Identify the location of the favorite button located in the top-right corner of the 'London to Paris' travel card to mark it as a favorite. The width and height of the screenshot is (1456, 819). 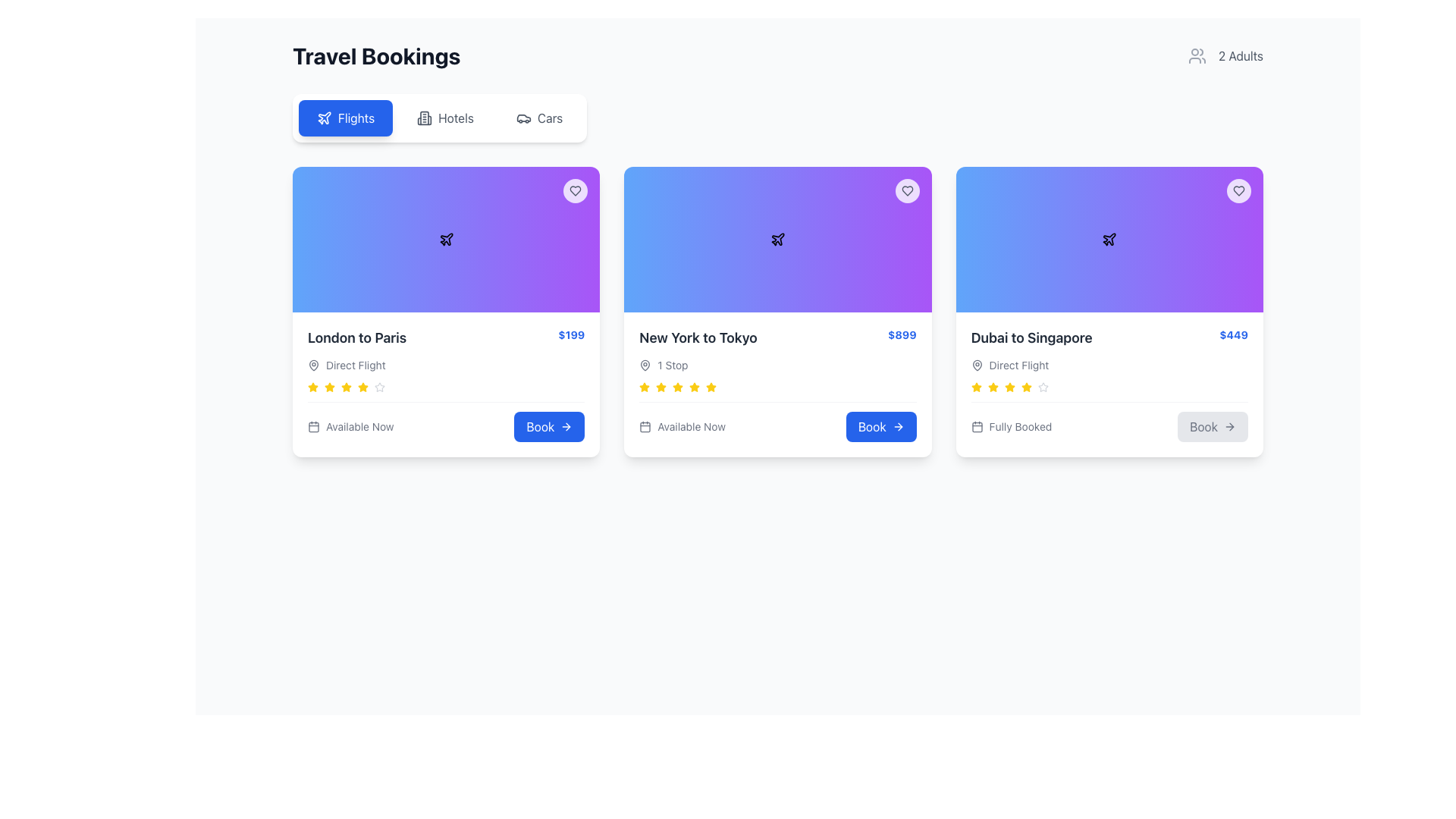
(575, 190).